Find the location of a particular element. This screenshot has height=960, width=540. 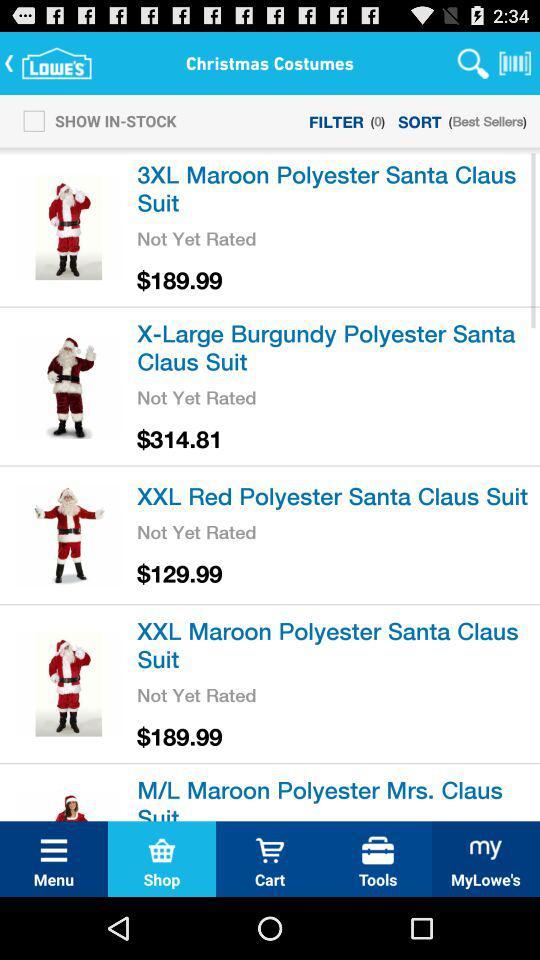

the item above the not yet rated is located at coordinates (335, 346).